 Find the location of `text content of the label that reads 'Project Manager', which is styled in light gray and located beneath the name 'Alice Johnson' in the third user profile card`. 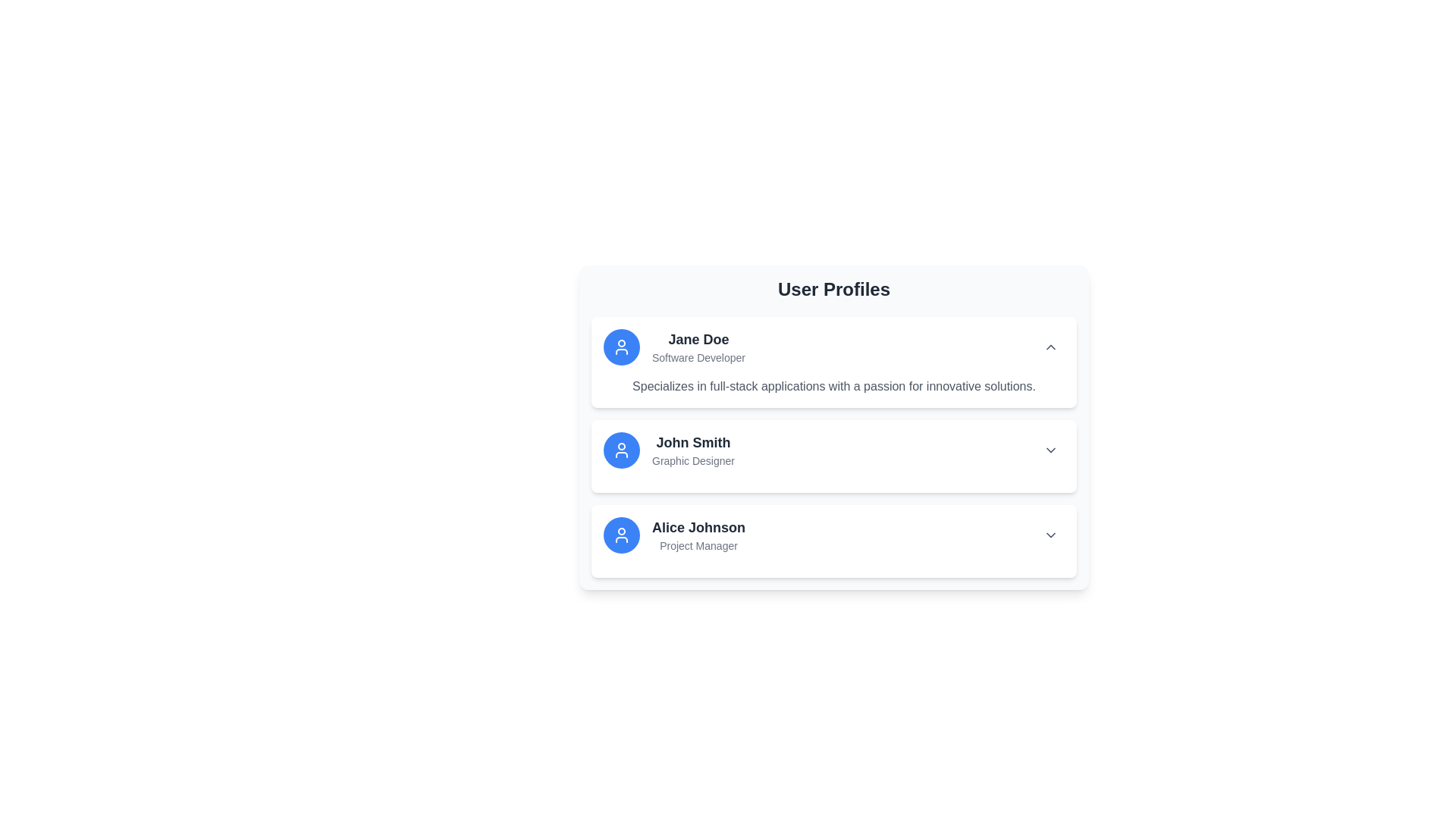

text content of the label that reads 'Project Manager', which is styled in light gray and located beneath the name 'Alice Johnson' in the third user profile card is located at coordinates (698, 546).